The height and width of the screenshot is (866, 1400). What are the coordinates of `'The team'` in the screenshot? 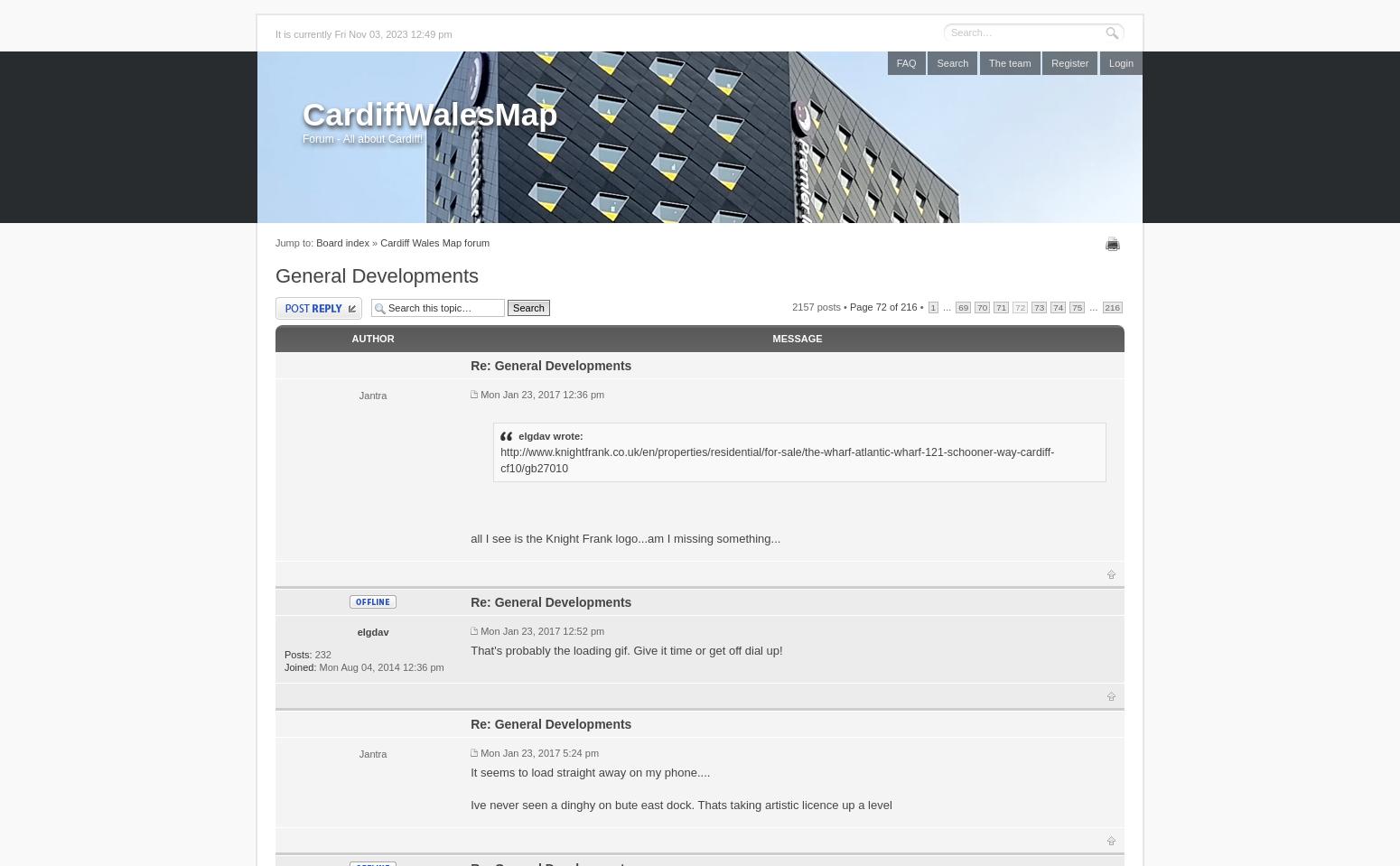 It's located at (988, 63).